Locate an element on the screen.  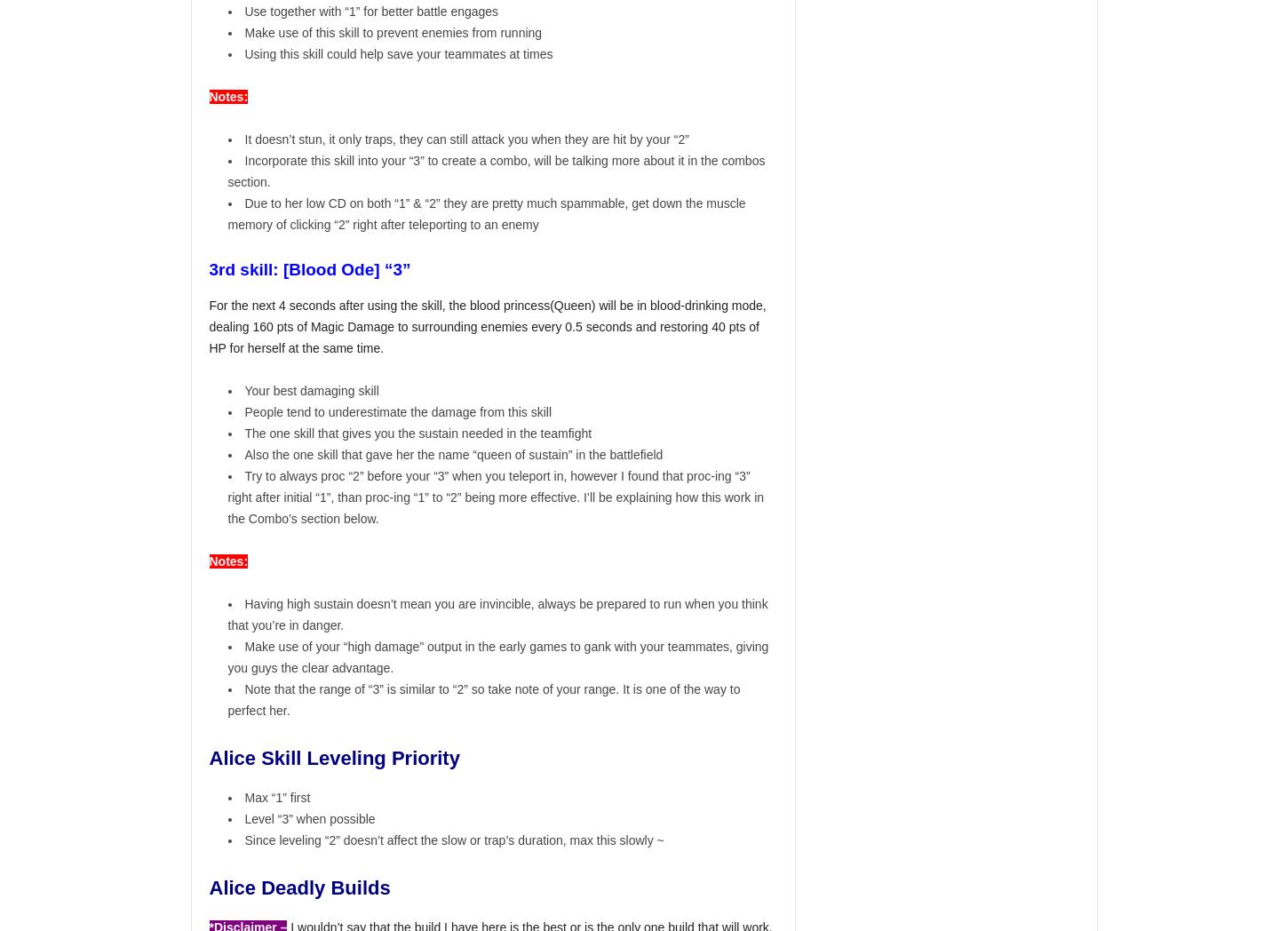
'Since leveling “2” doesn’t affect the slow or trap’s duration, max this slowly ~' is located at coordinates (453, 840).